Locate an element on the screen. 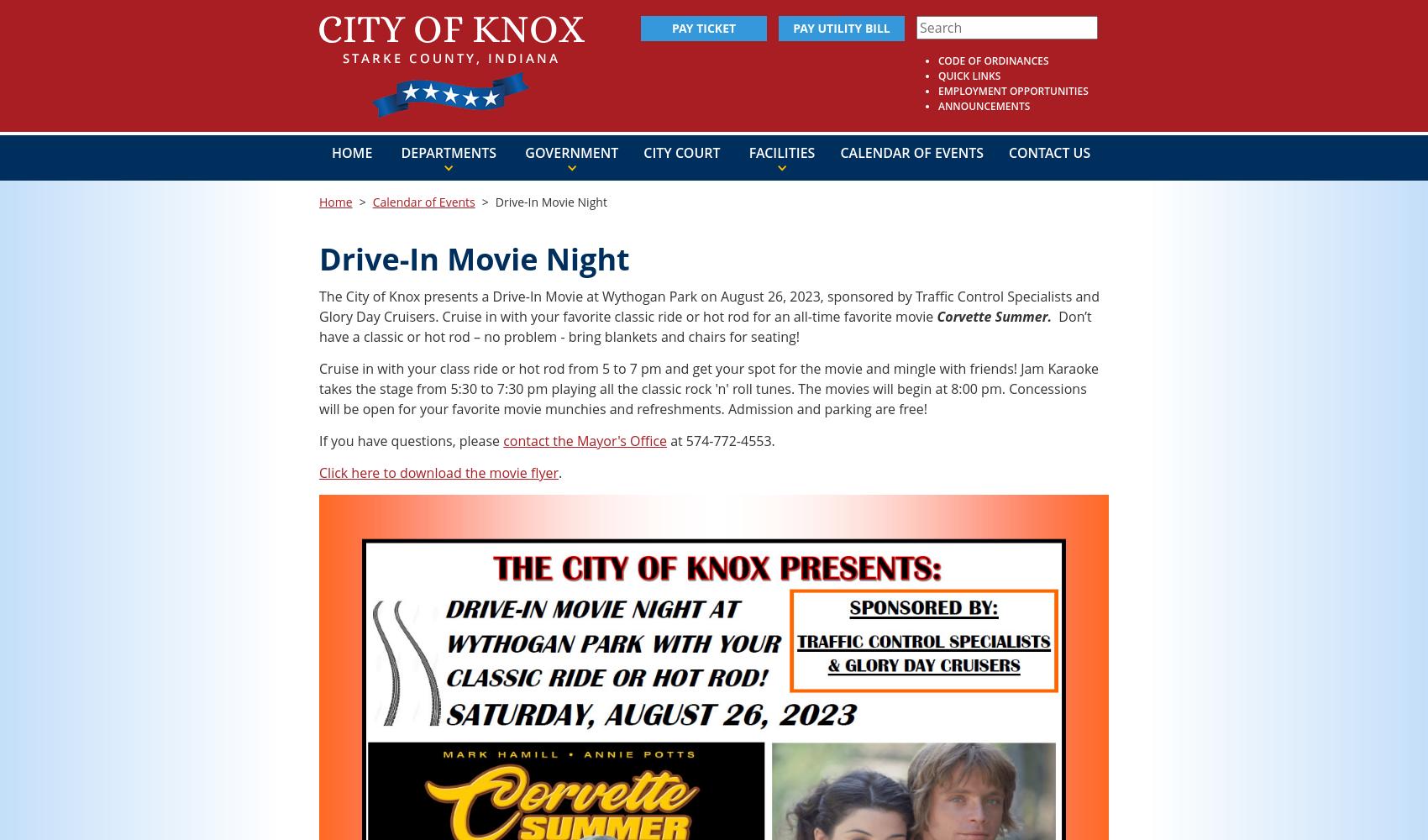 The height and width of the screenshot is (840, 1428). 'contact the Mayor's Office' is located at coordinates (584, 441).